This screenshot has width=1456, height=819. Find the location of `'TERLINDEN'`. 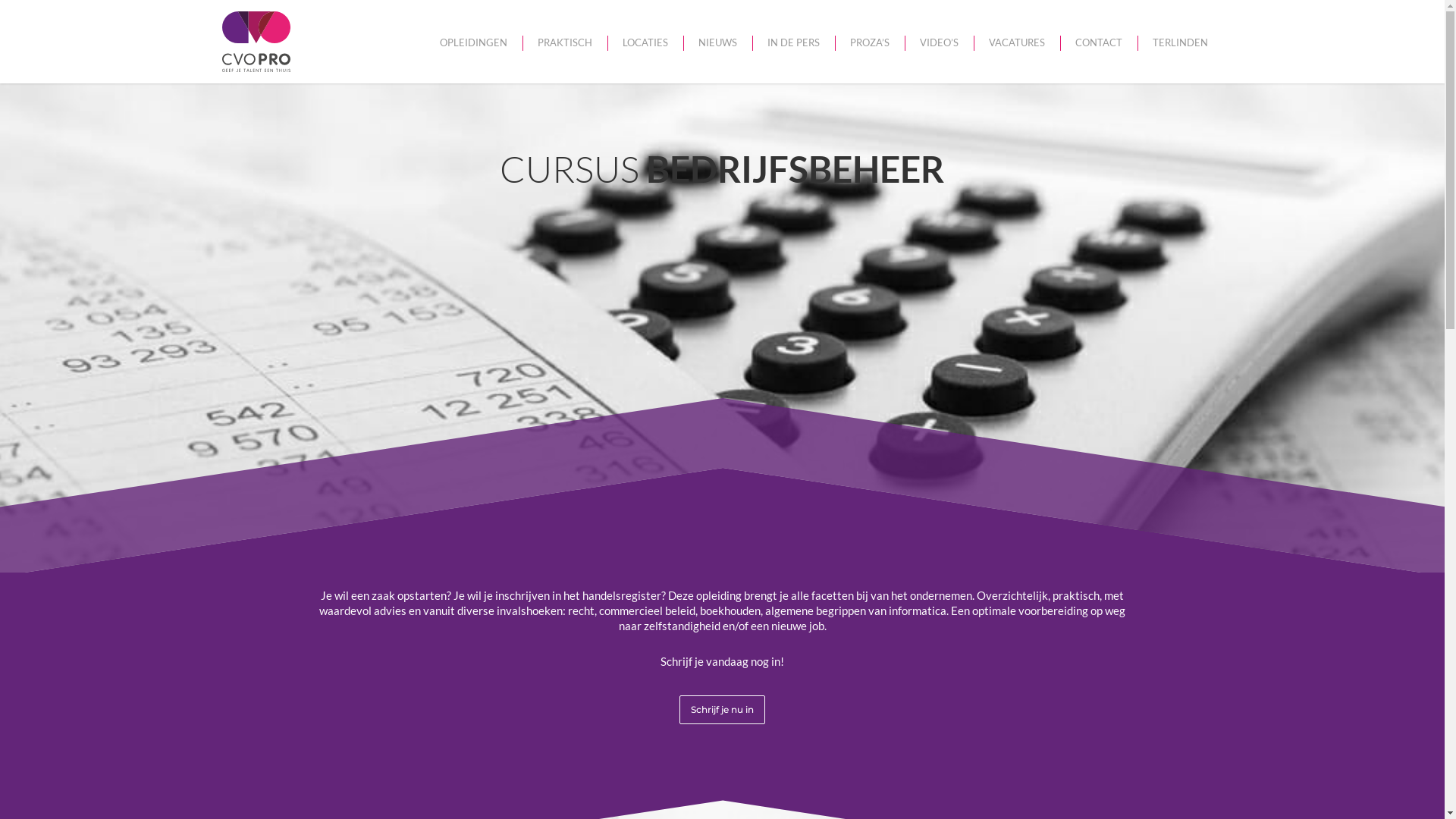

'TERLINDEN' is located at coordinates (1179, 40).